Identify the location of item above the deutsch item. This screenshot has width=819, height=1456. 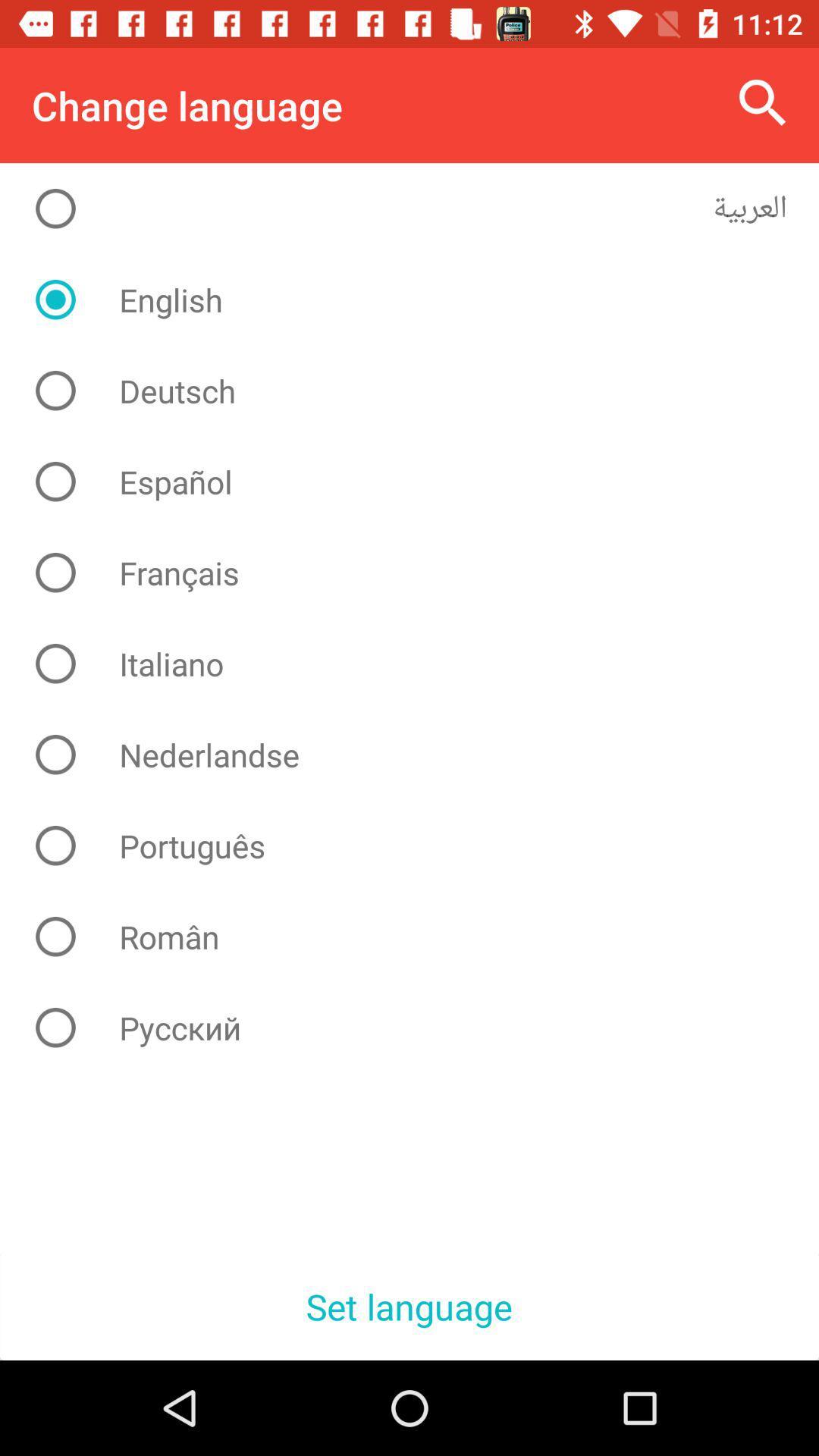
(421, 300).